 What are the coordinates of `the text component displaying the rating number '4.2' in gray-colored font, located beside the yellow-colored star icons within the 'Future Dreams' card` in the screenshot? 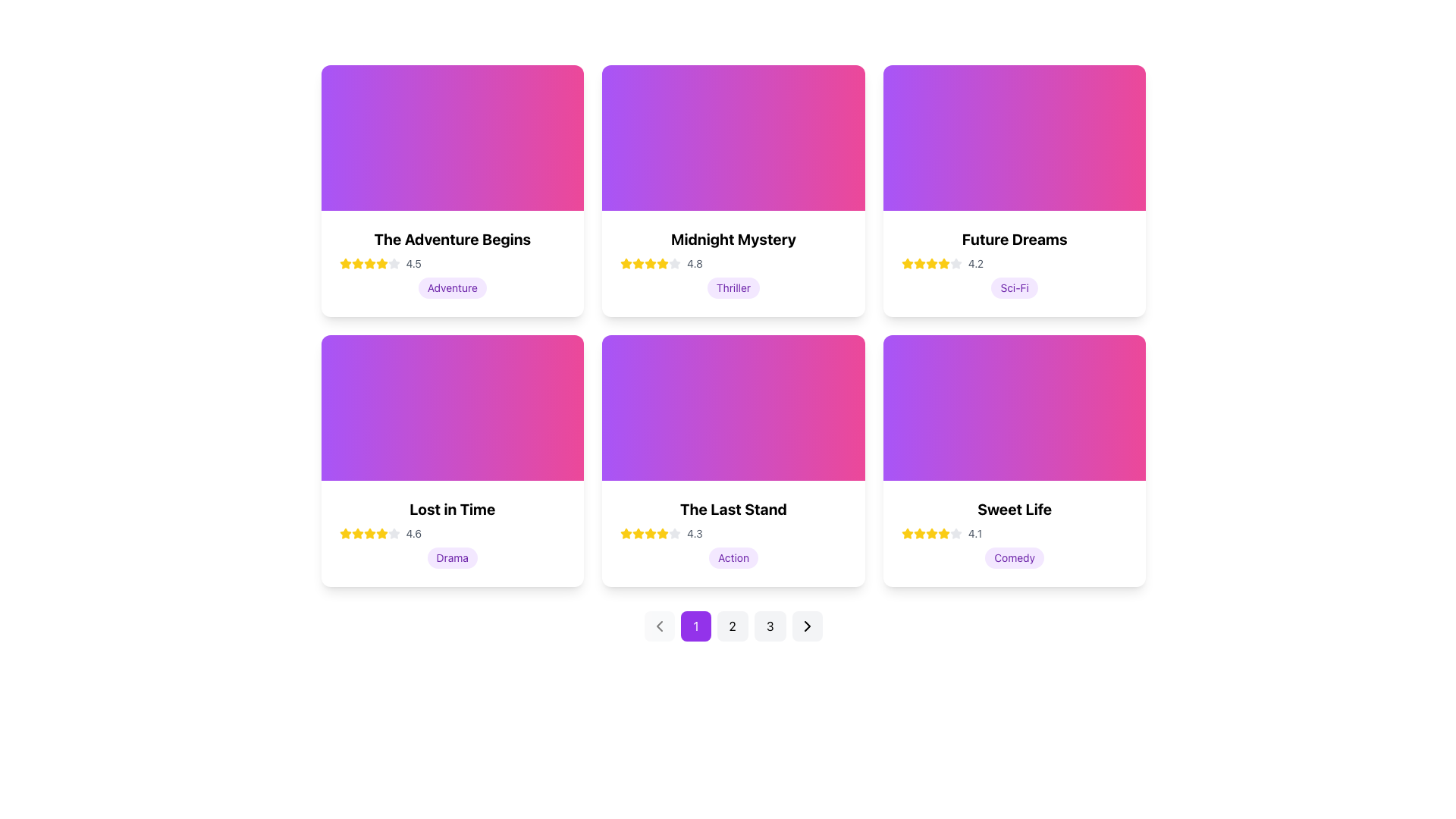 It's located at (975, 262).